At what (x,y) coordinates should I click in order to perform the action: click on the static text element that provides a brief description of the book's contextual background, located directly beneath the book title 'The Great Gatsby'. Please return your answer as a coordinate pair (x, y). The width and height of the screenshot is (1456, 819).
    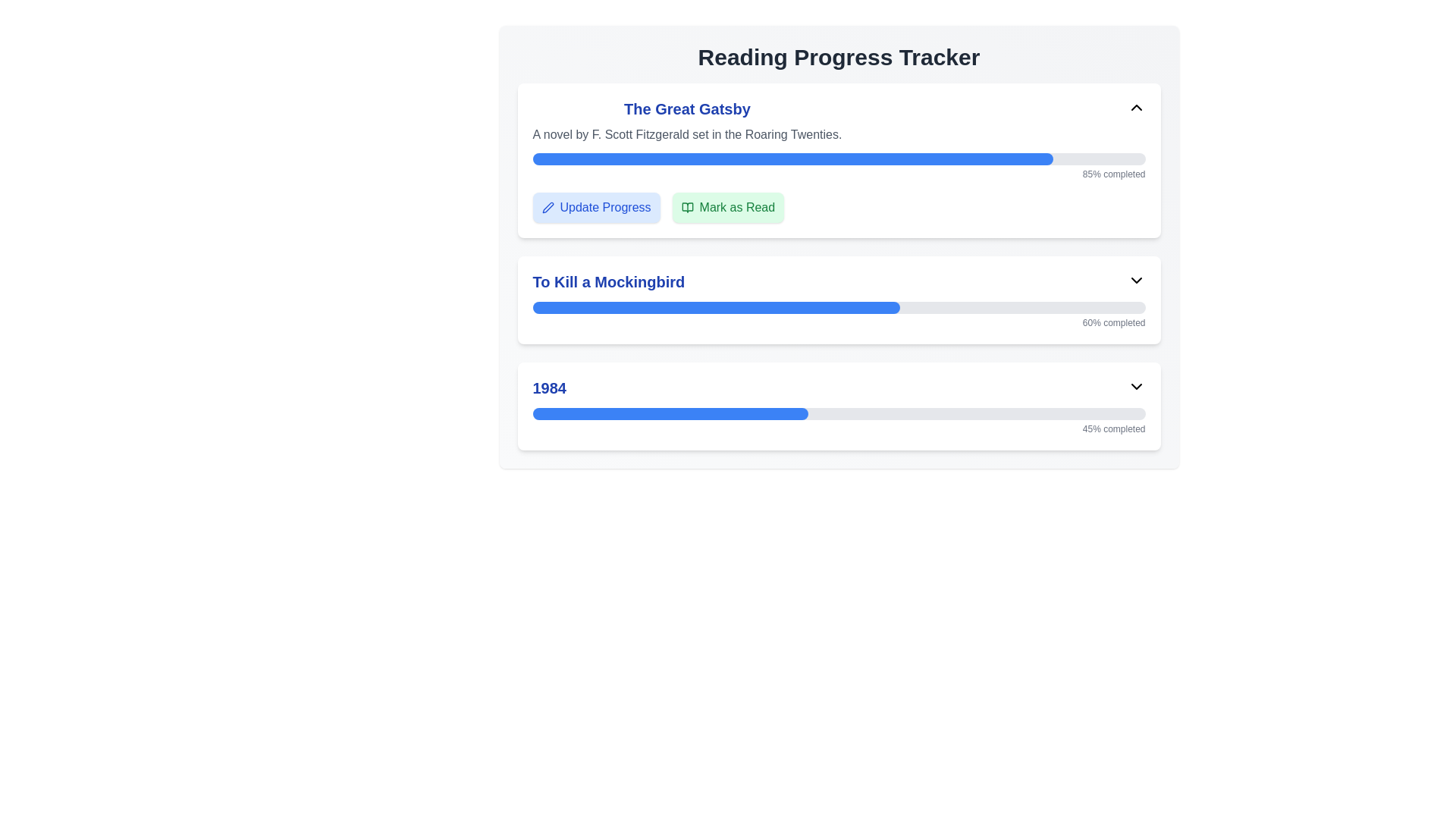
    Looking at the image, I should click on (686, 133).